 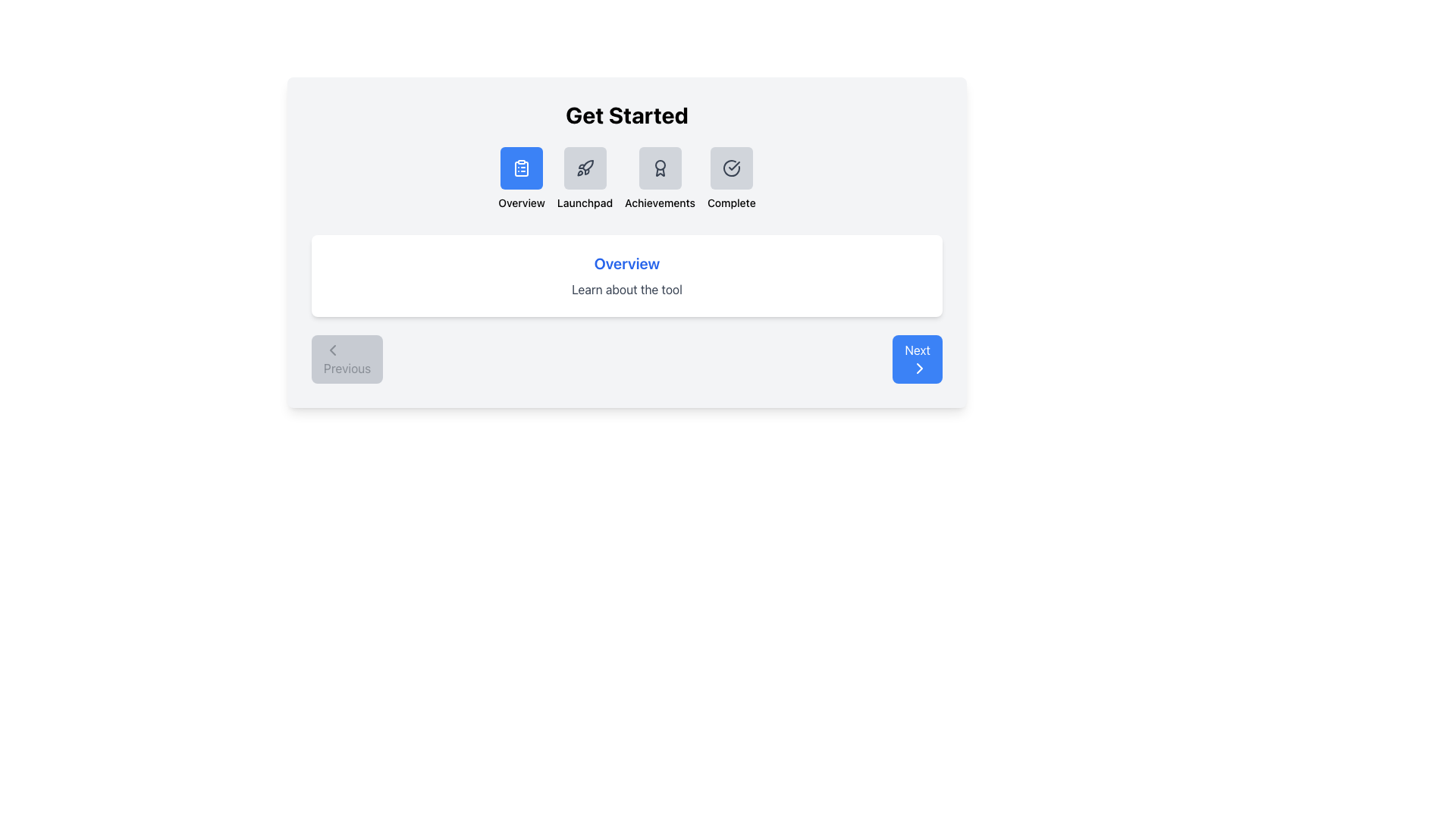 What do you see at coordinates (731, 177) in the screenshot?
I see `the 'Complete' button, which features a circle with a checkmark icon and the label 'Complete' below it` at bounding box center [731, 177].